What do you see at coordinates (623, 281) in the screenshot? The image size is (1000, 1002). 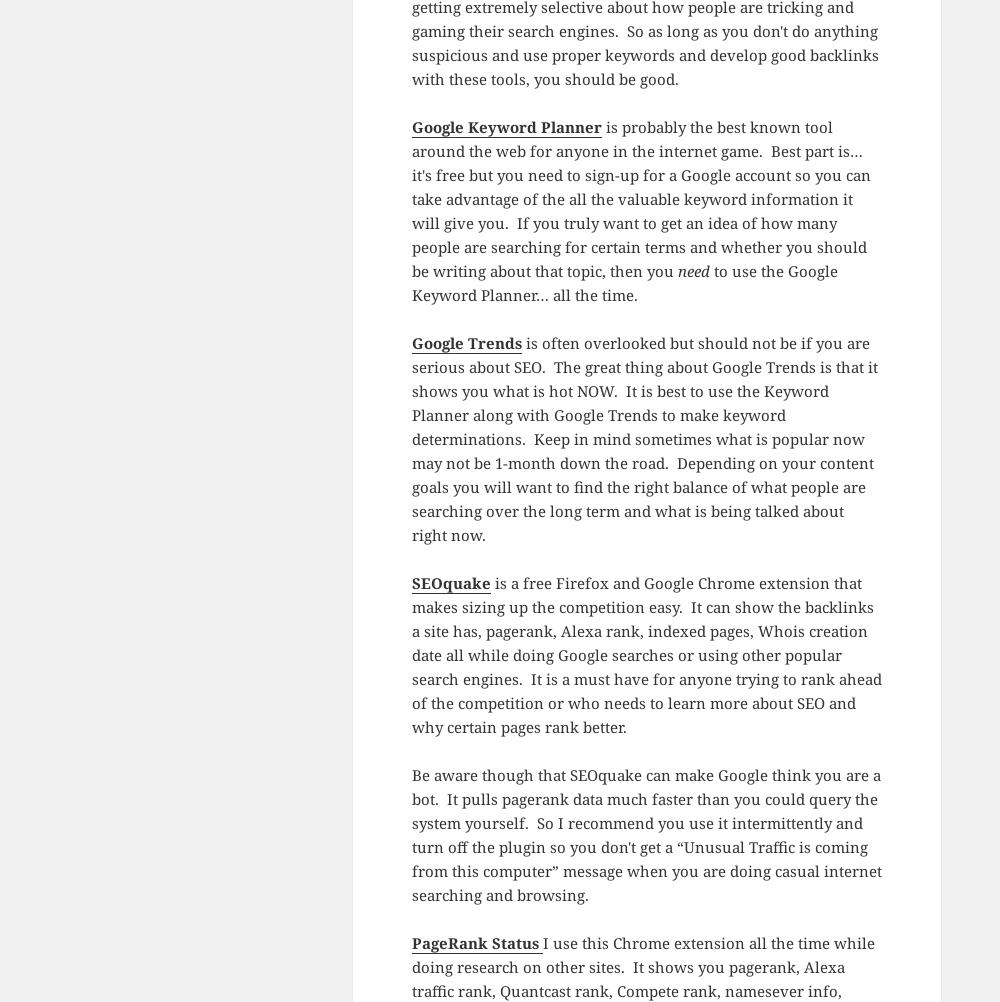 I see `'to use the Google Keyword Planner… all the time.'` at bounding box center [623, 281].